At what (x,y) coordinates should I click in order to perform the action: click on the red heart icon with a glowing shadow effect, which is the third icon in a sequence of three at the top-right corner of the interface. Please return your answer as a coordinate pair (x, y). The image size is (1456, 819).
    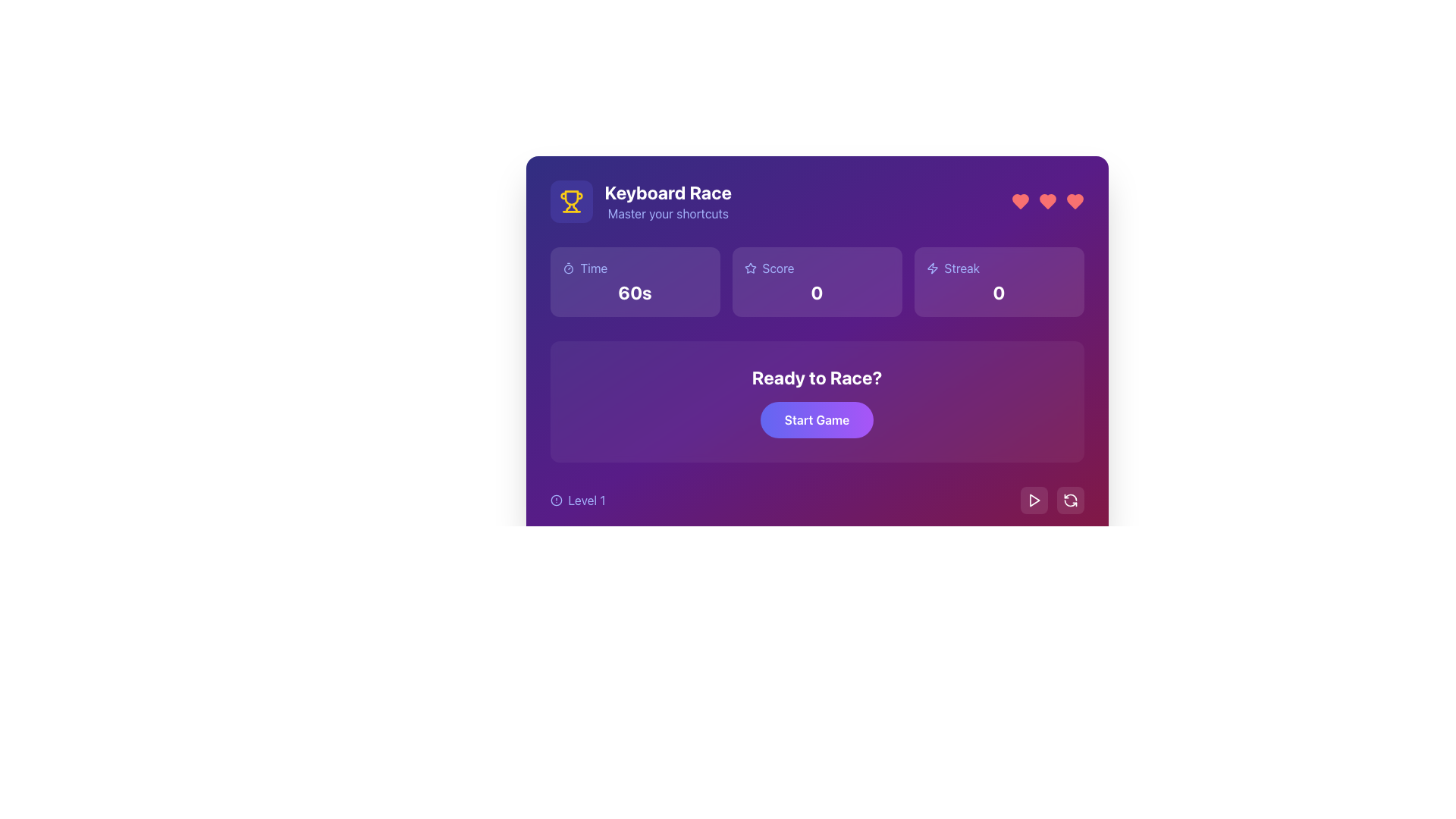
    Looking at the image, I should click on (1074, 201).